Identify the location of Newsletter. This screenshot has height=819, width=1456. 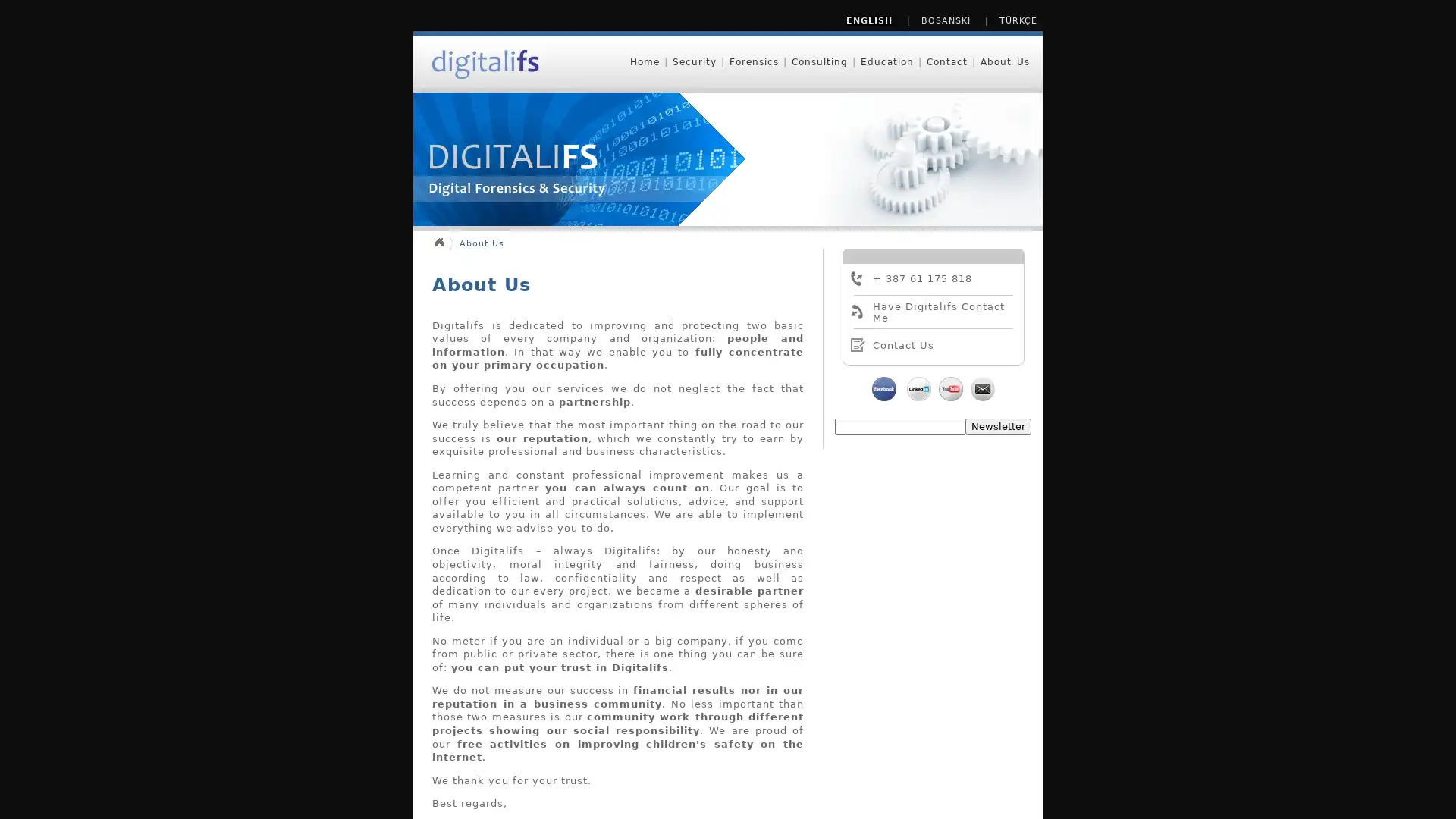
(997, 425).